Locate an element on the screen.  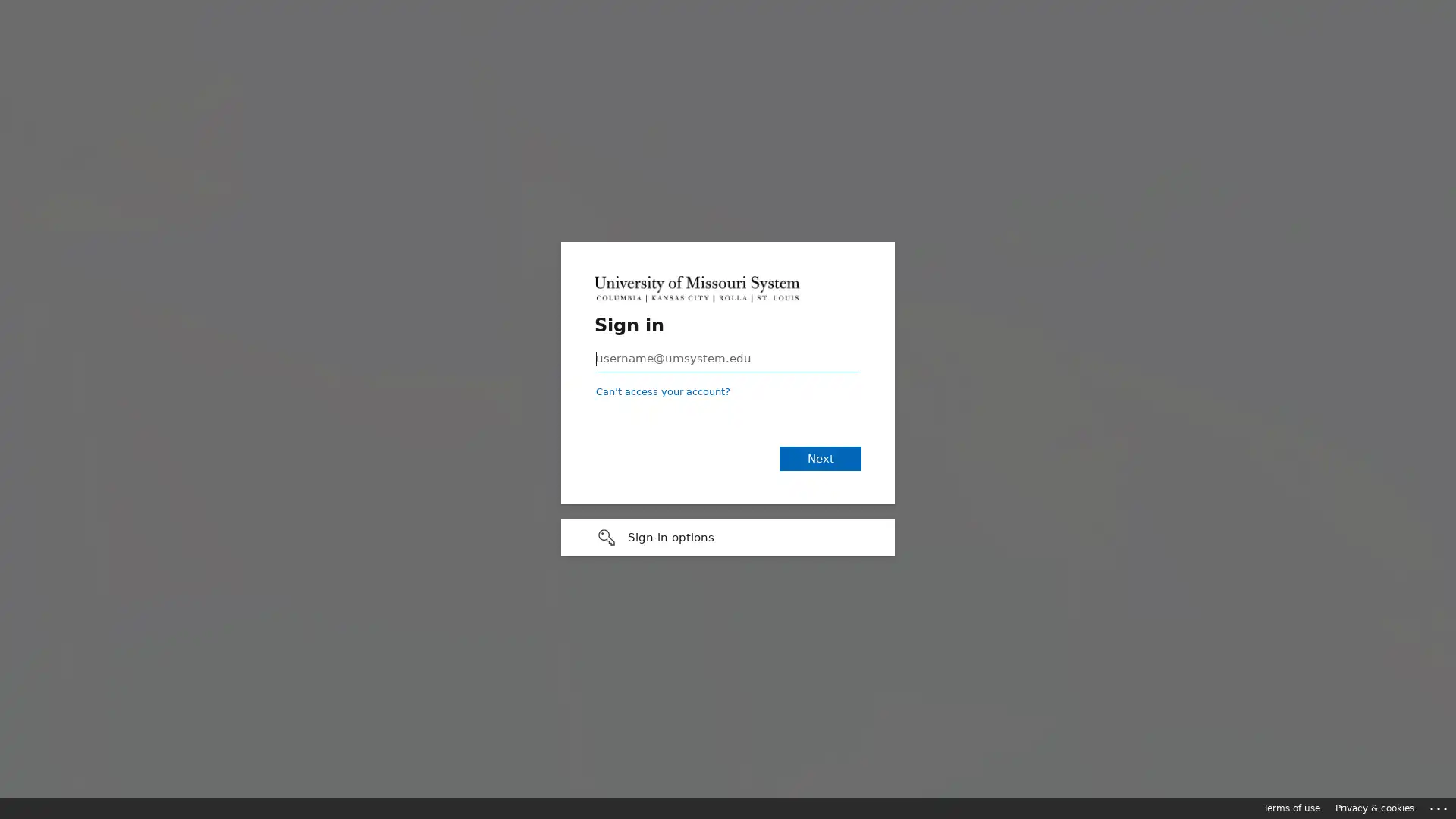
Next is located at coordinates (819, 458).